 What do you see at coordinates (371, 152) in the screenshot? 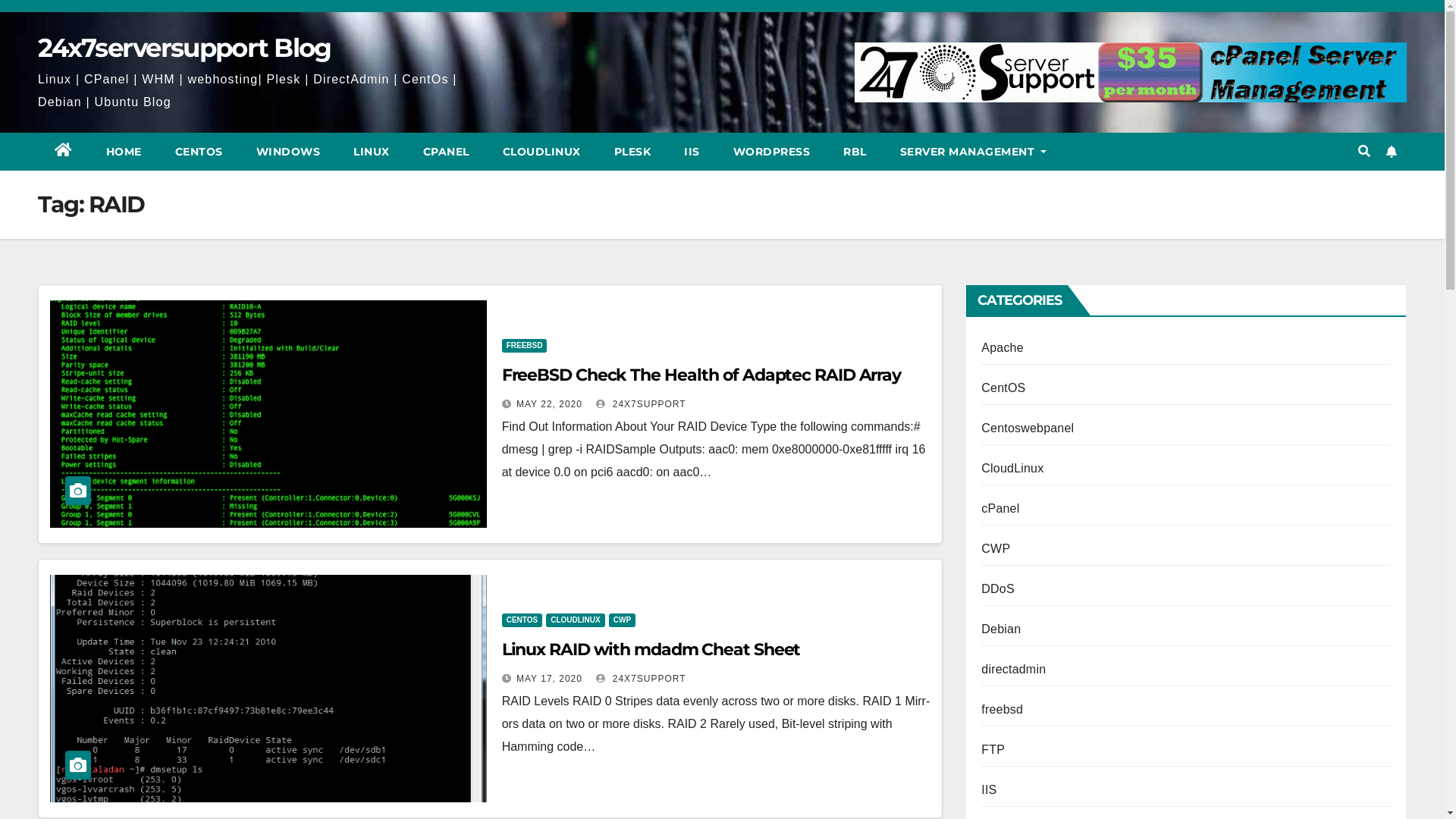
I see `'LINUX'` at bounding box center [371, 152].